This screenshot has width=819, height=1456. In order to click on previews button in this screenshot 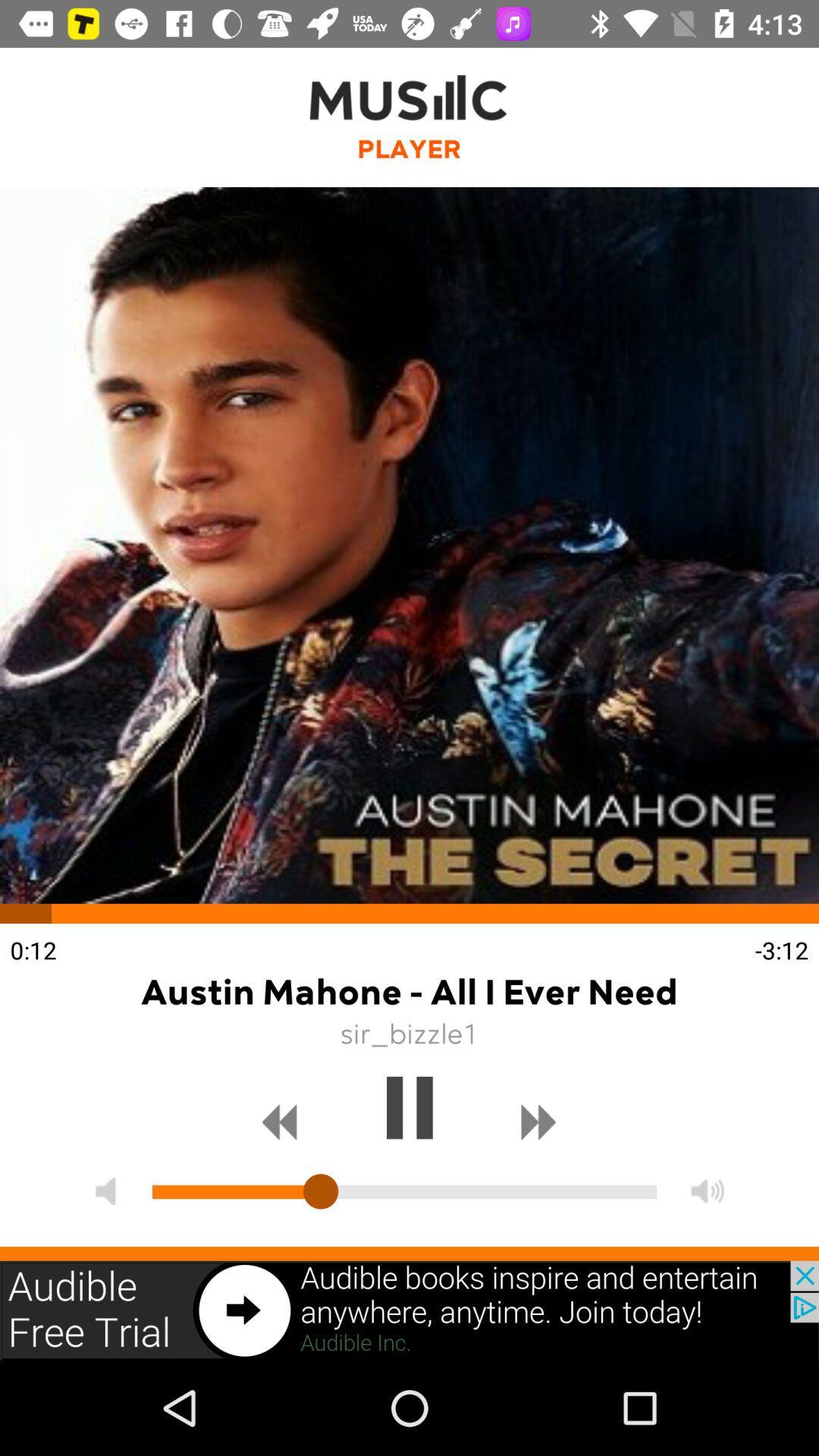, I will do `click(280, 1122)`.